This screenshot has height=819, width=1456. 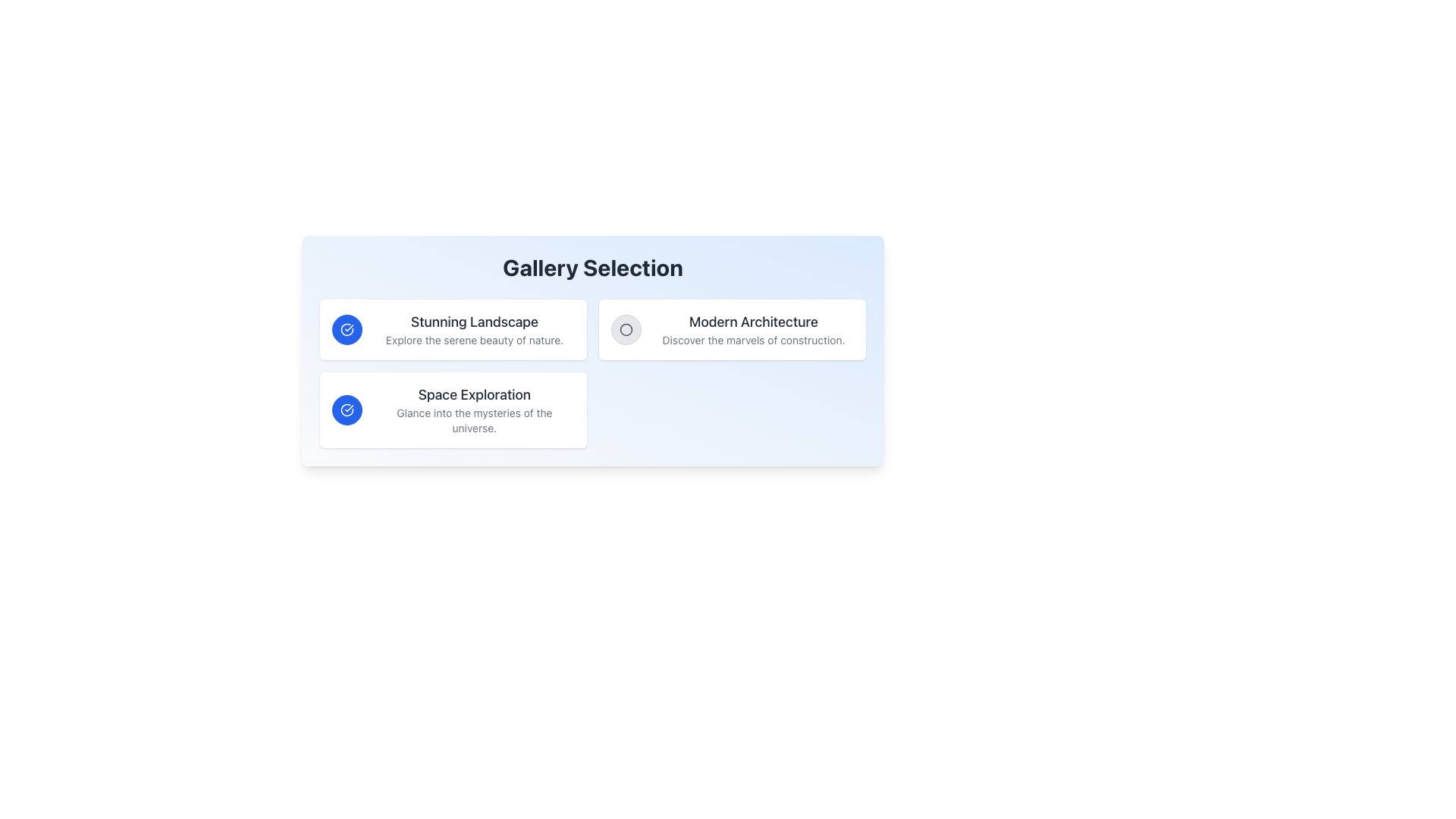 What do you see at coordinates (753, 339) in the screenshot?
I see `the text label reading 'Discover the marvels of construction.' located below the title 'Modern Architecture' in the top-right card` at bounding box center [753, 339].